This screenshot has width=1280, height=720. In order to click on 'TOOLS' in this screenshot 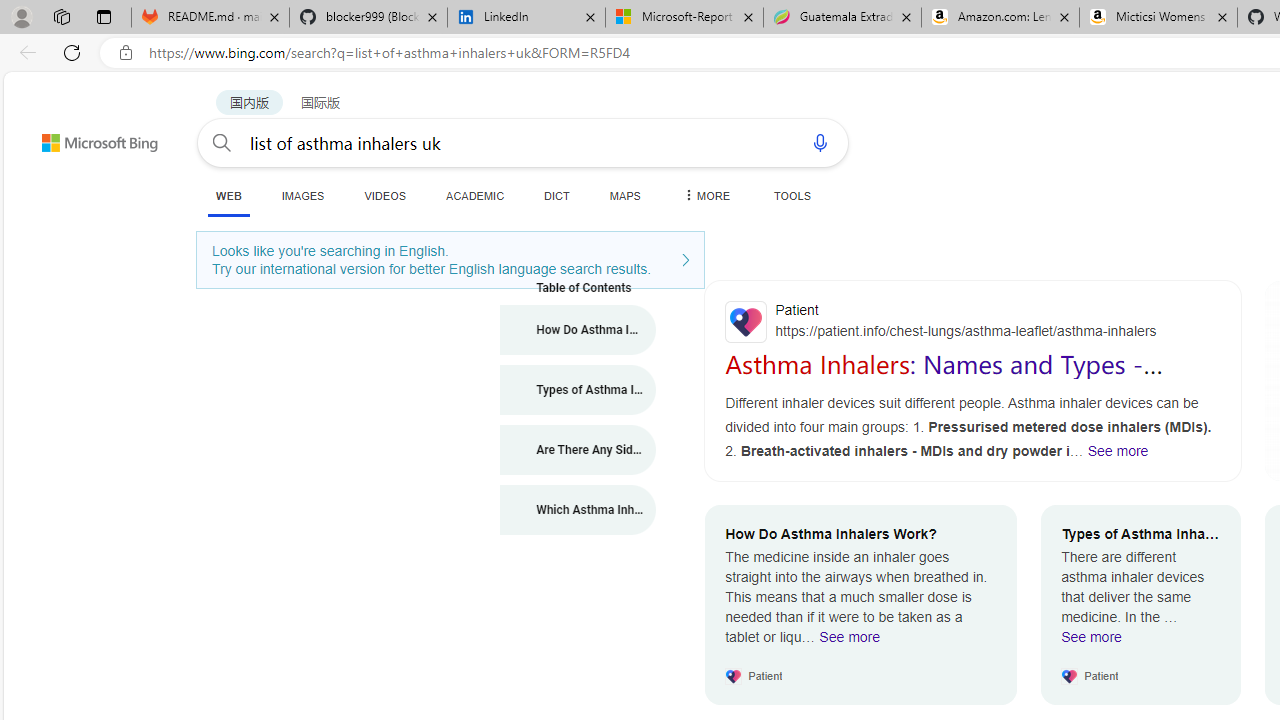, I will do `click(791, 195)`.